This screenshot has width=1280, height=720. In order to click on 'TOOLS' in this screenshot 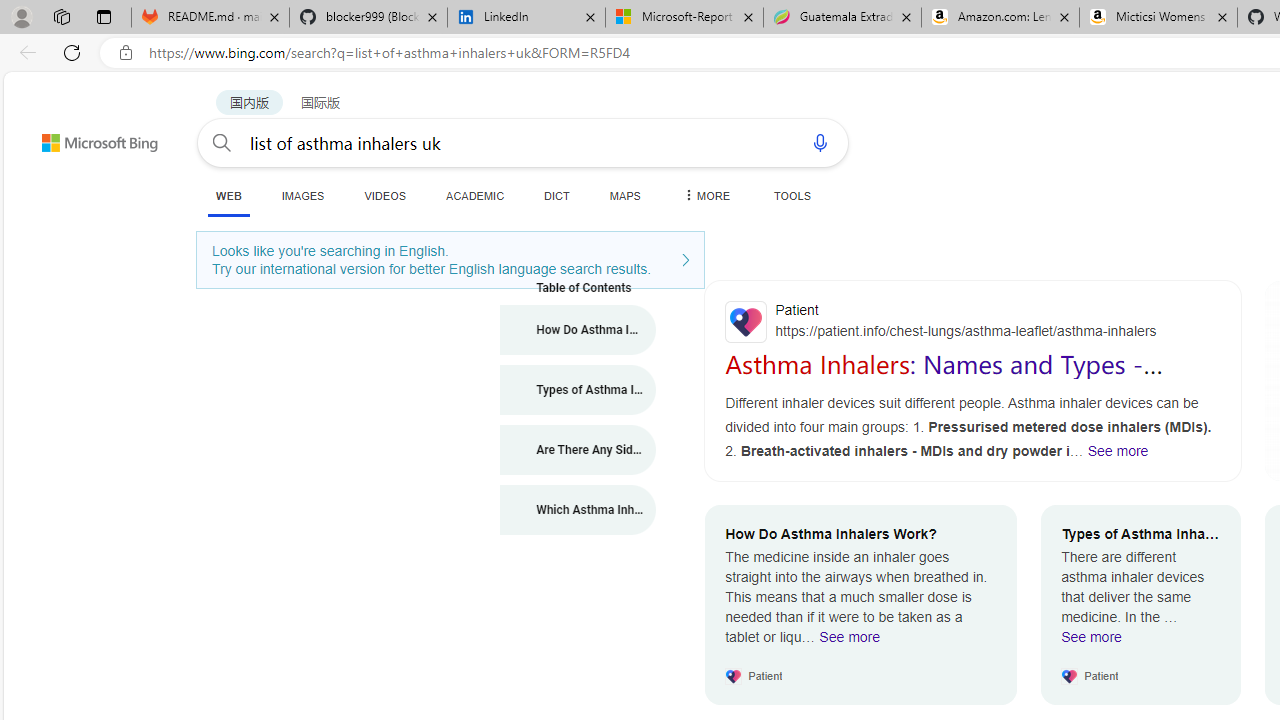, I will do `click(791, 195)`.